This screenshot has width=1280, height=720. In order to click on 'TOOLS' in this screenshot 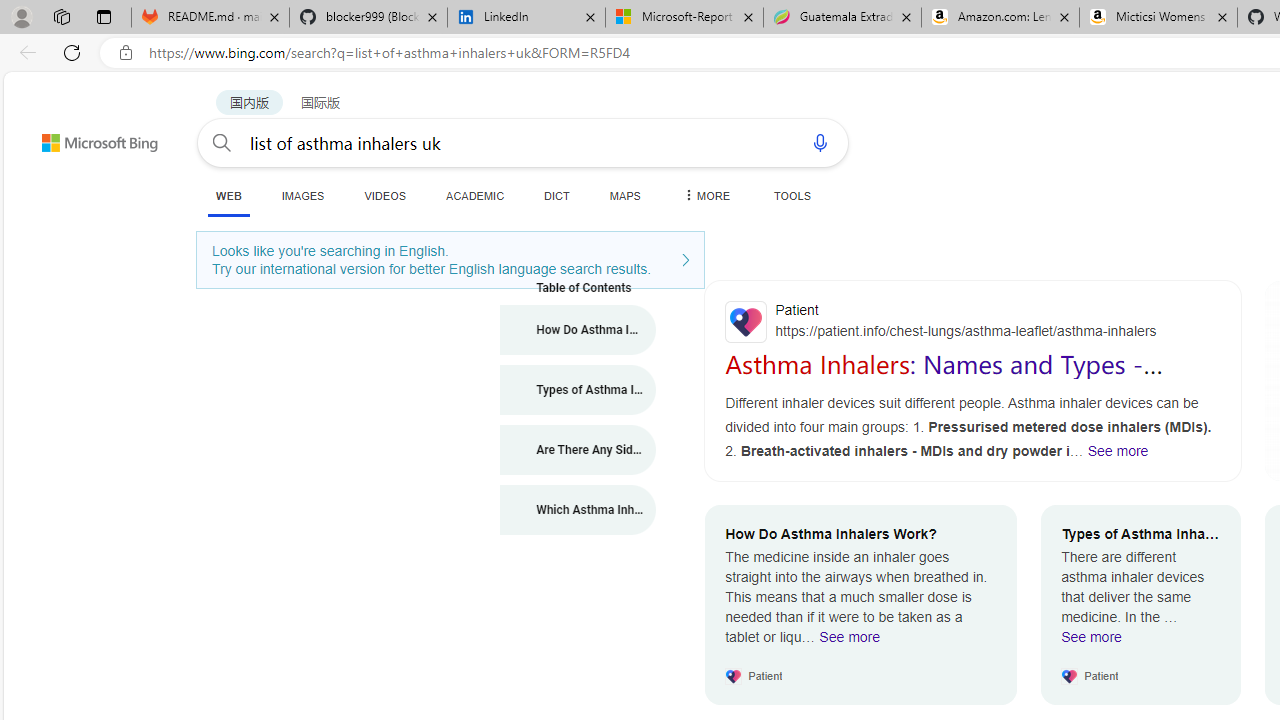, I will do `click(791, 195)`.